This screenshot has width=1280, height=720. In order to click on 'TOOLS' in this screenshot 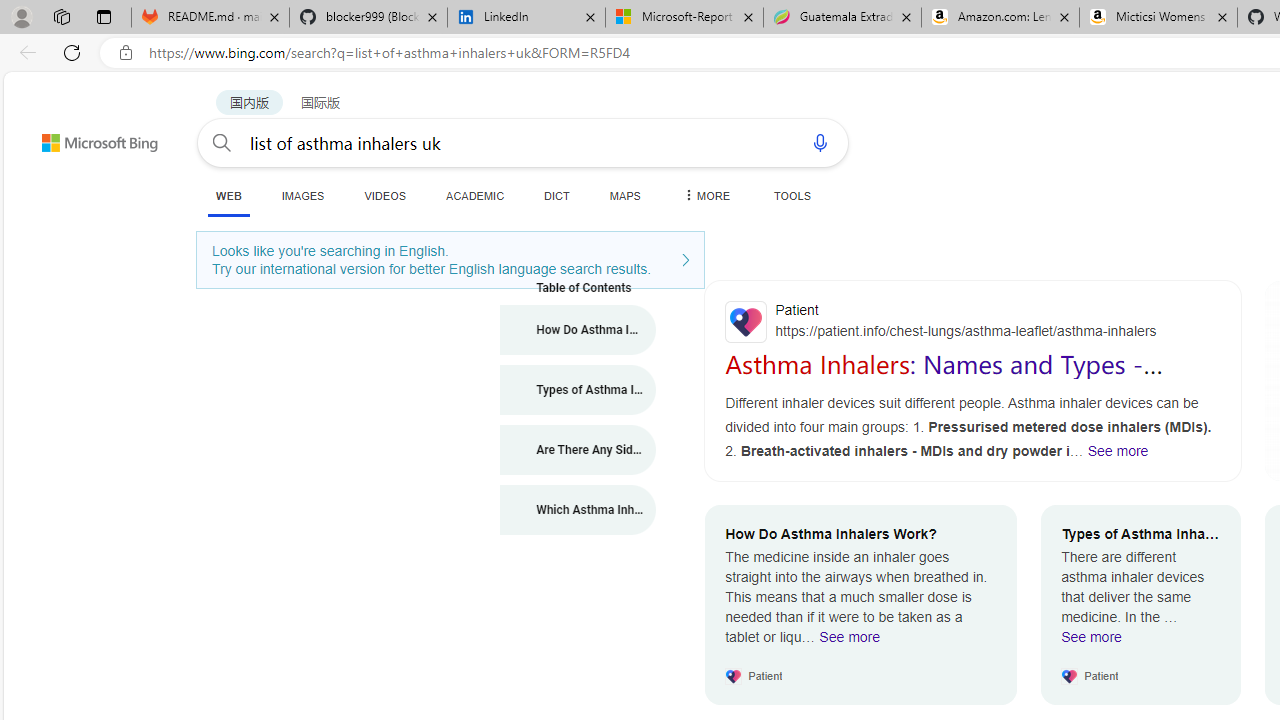, I will do `click(791, 195)`.